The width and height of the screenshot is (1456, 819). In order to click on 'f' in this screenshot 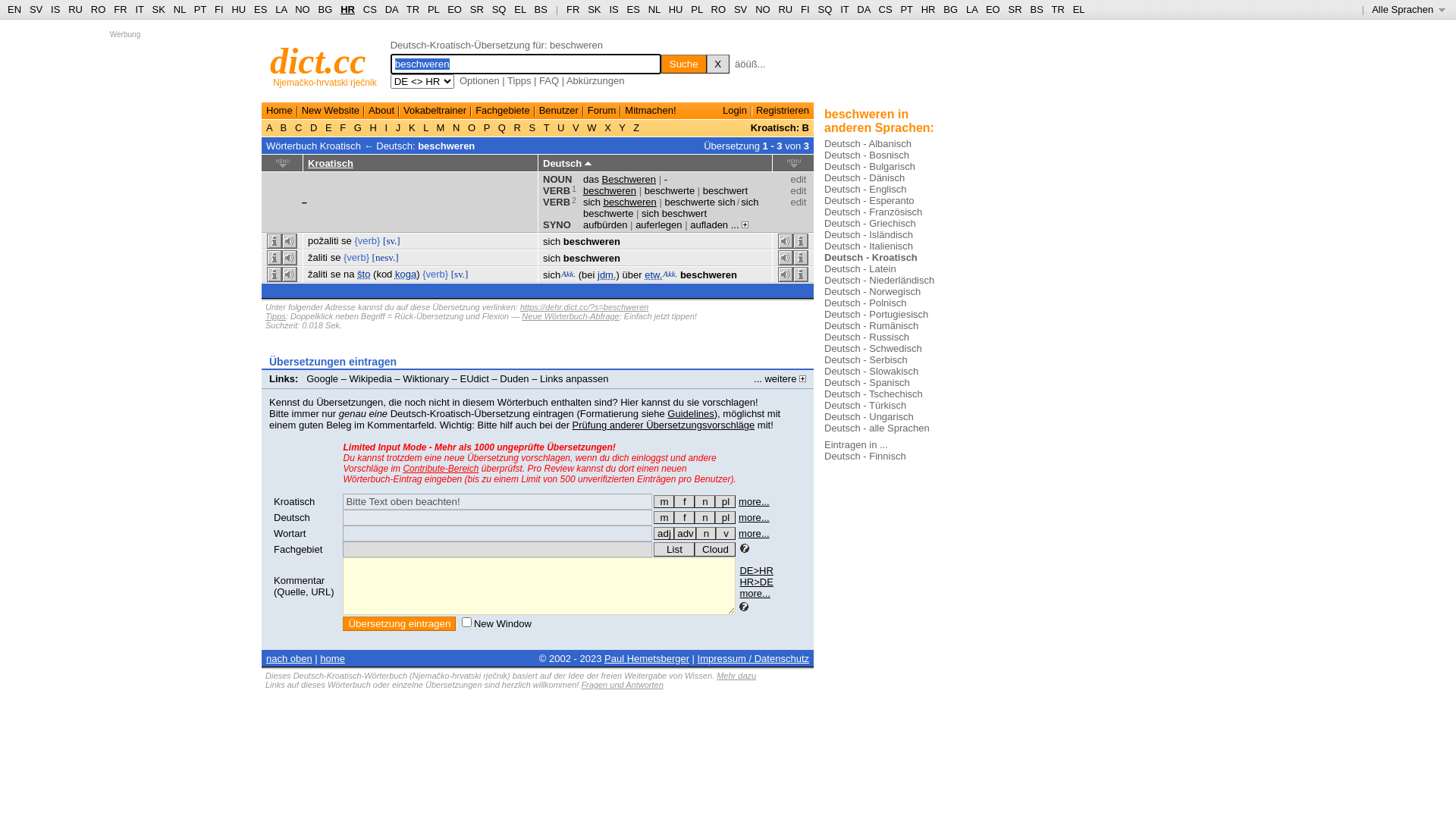, I will do `click(683, 501)`.